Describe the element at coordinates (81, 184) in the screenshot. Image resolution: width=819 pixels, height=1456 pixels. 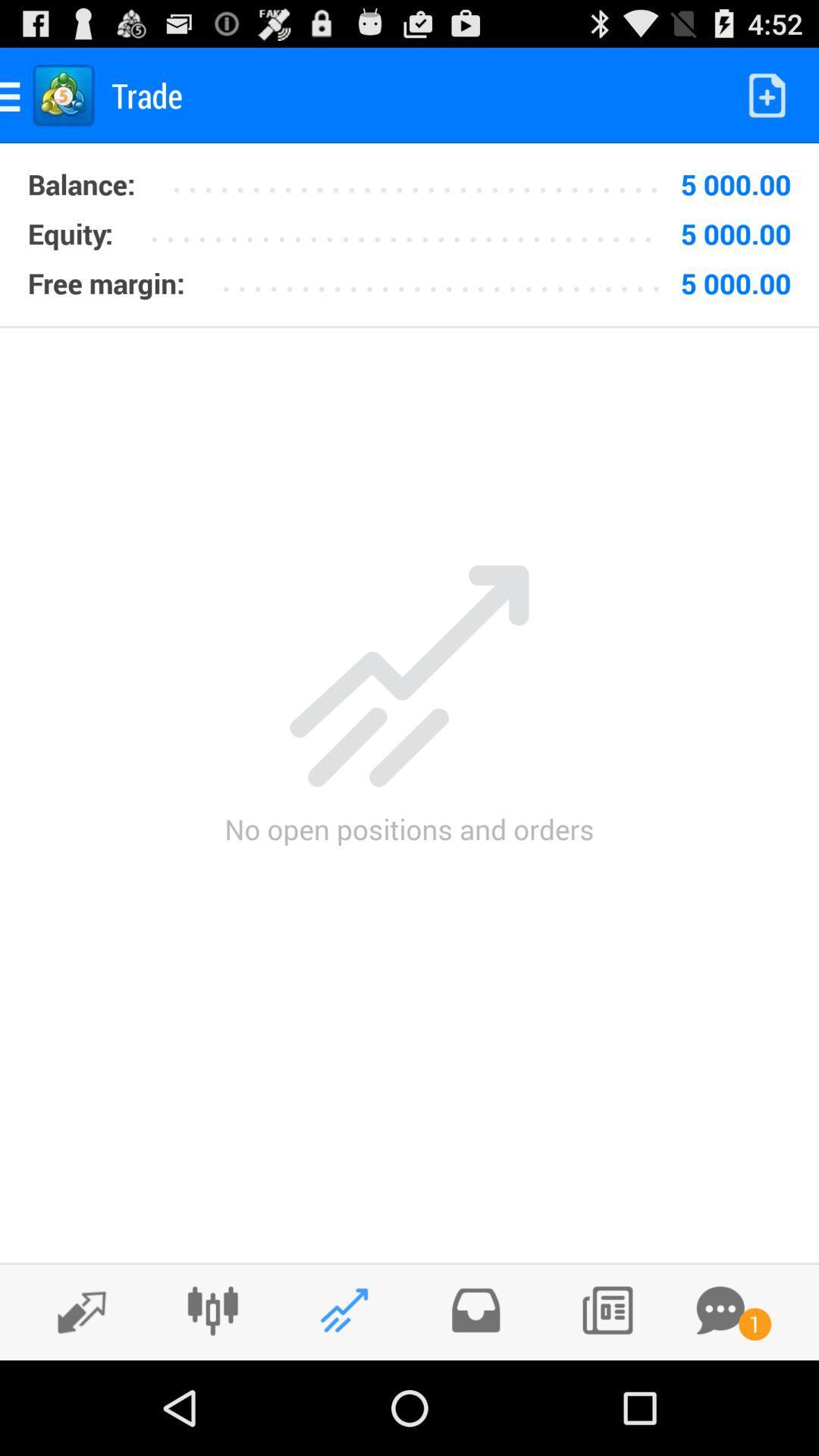
I see `item above equity: icon` at that location.